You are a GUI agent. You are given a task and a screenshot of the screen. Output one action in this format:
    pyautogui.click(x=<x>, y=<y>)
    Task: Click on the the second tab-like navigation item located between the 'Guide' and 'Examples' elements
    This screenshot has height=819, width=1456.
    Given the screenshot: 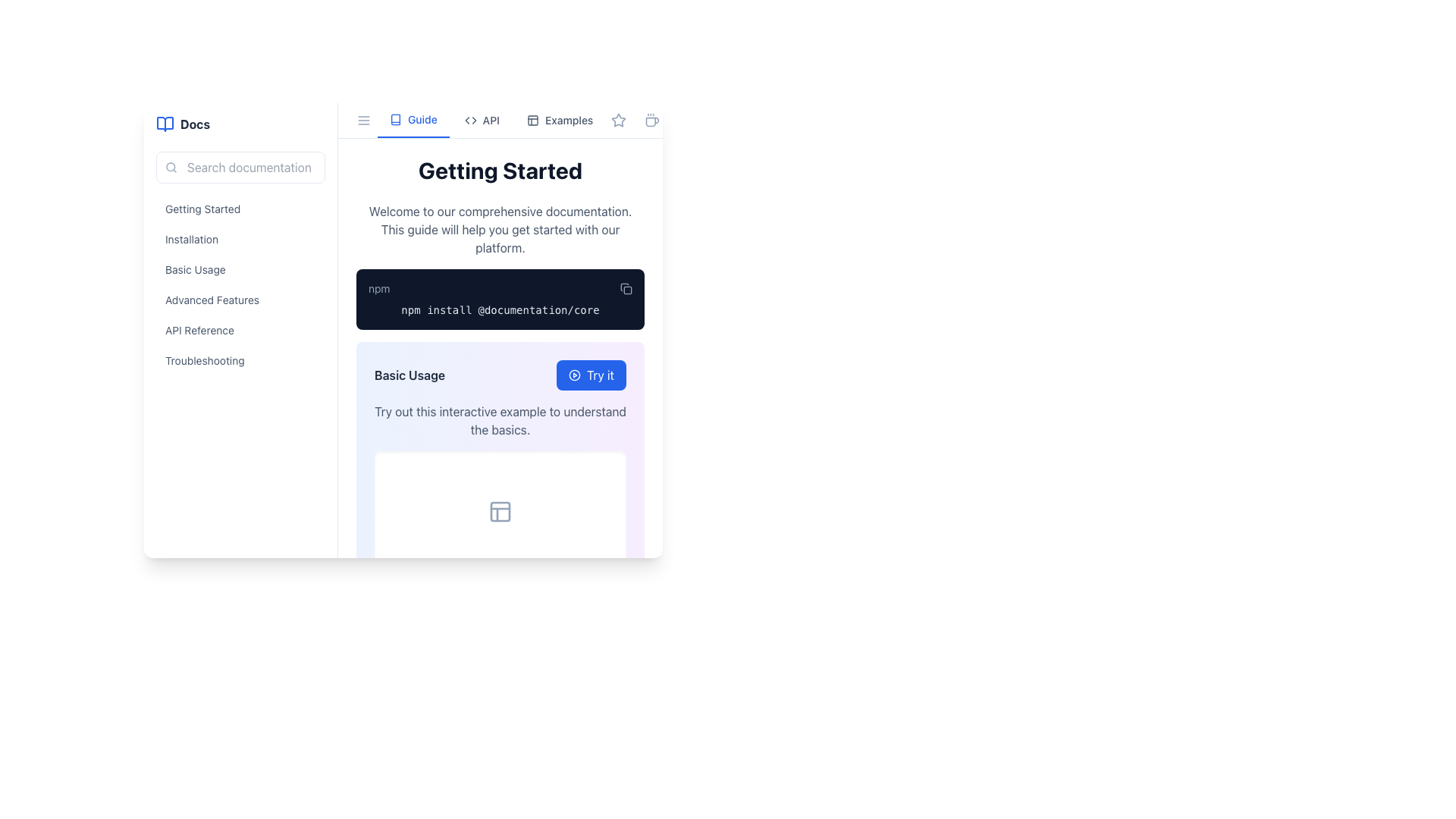 What is the action you would take?
    pyautogui.click(x=481, y=119)
    